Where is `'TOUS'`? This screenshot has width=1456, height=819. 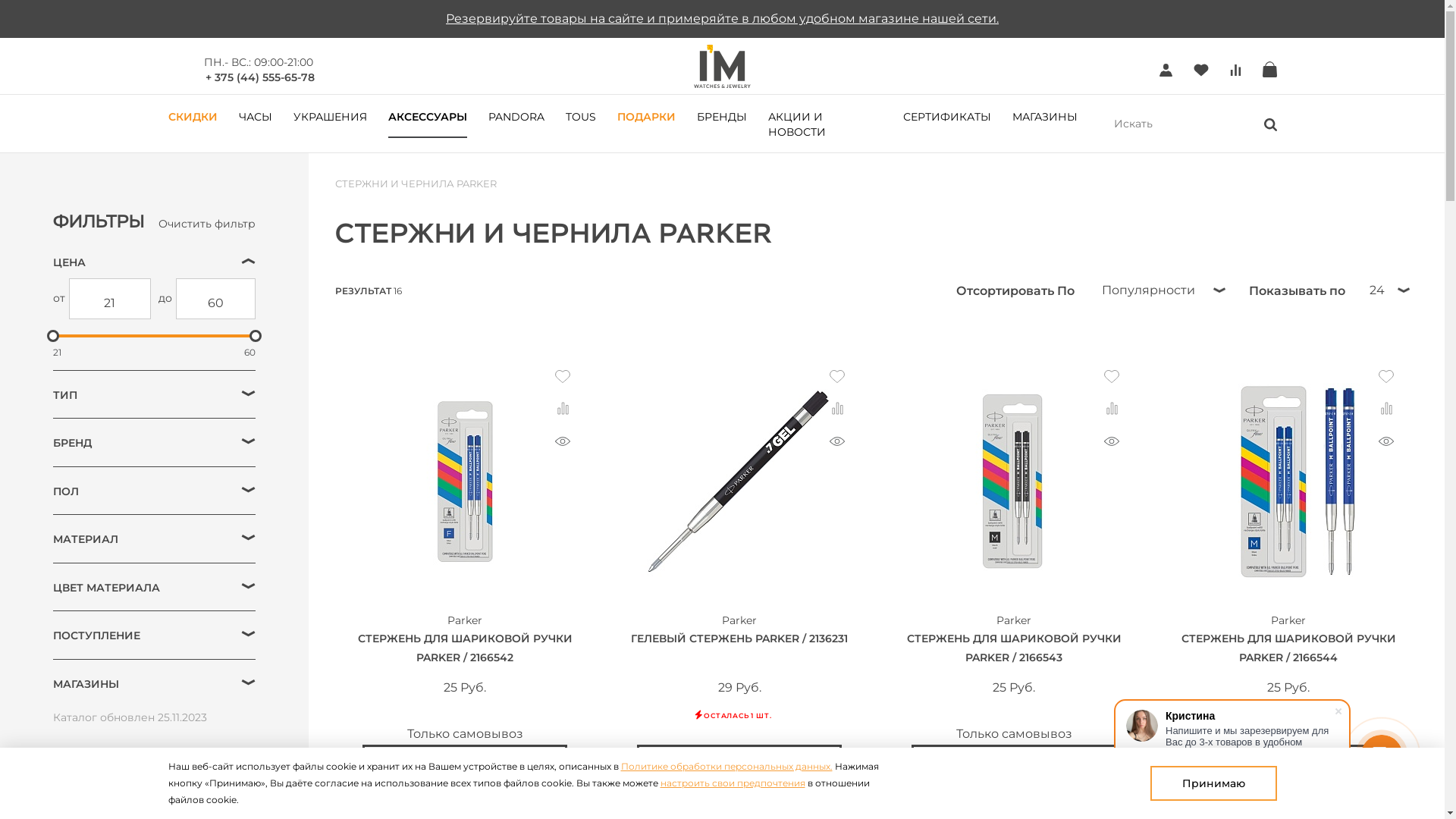 'TOUS' is located at coordinates (580, 115).